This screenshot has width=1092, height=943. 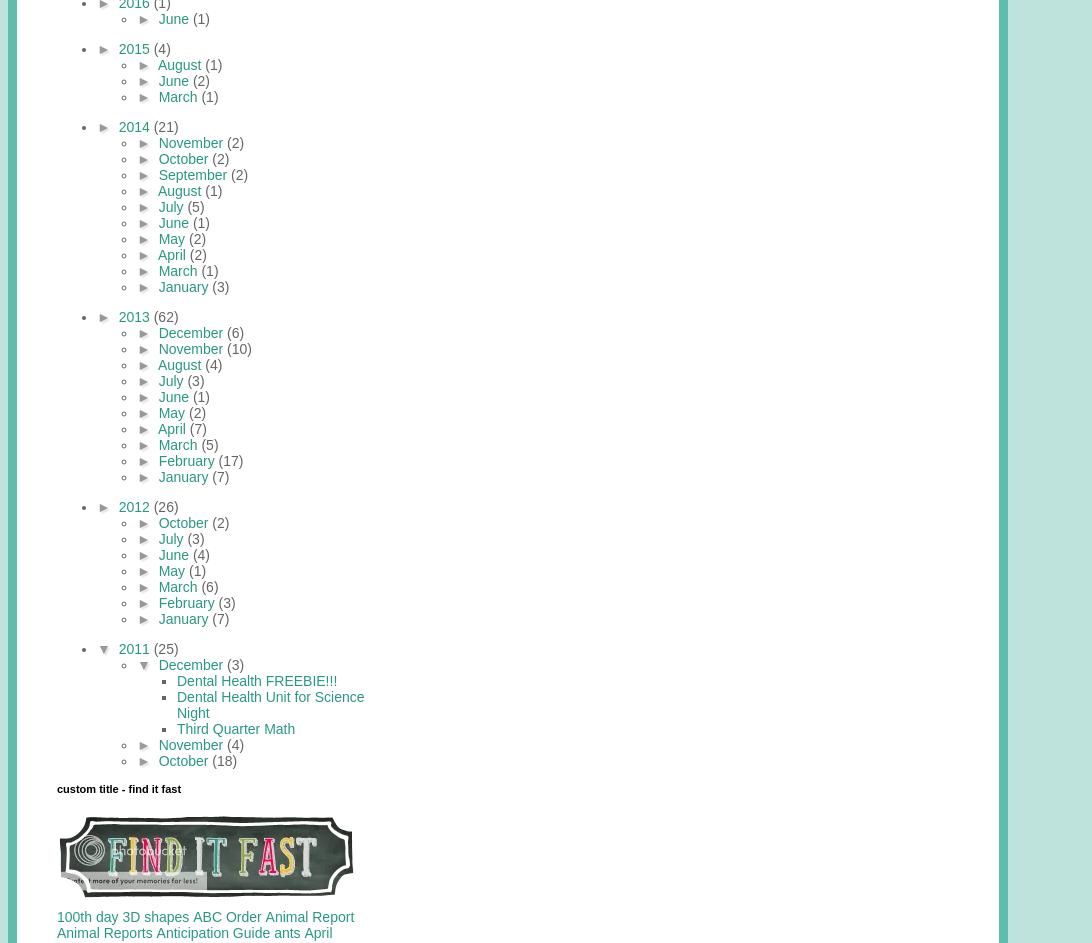 What do you see at coordinates (87, 915) in the screenshot?
I see `'100th day'` at bounding box center [87, 915].